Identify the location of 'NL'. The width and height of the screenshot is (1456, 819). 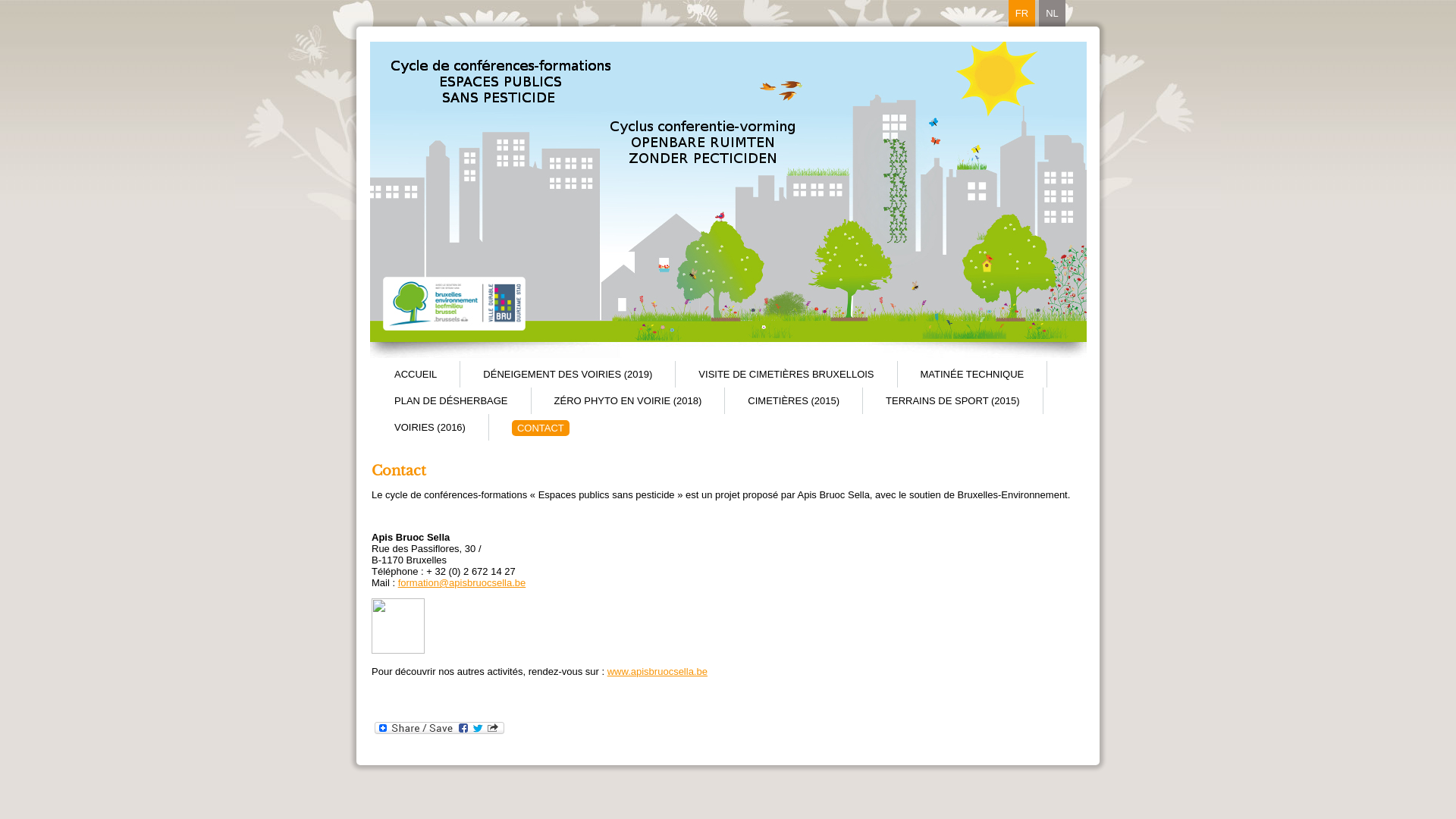
(1051, 13).